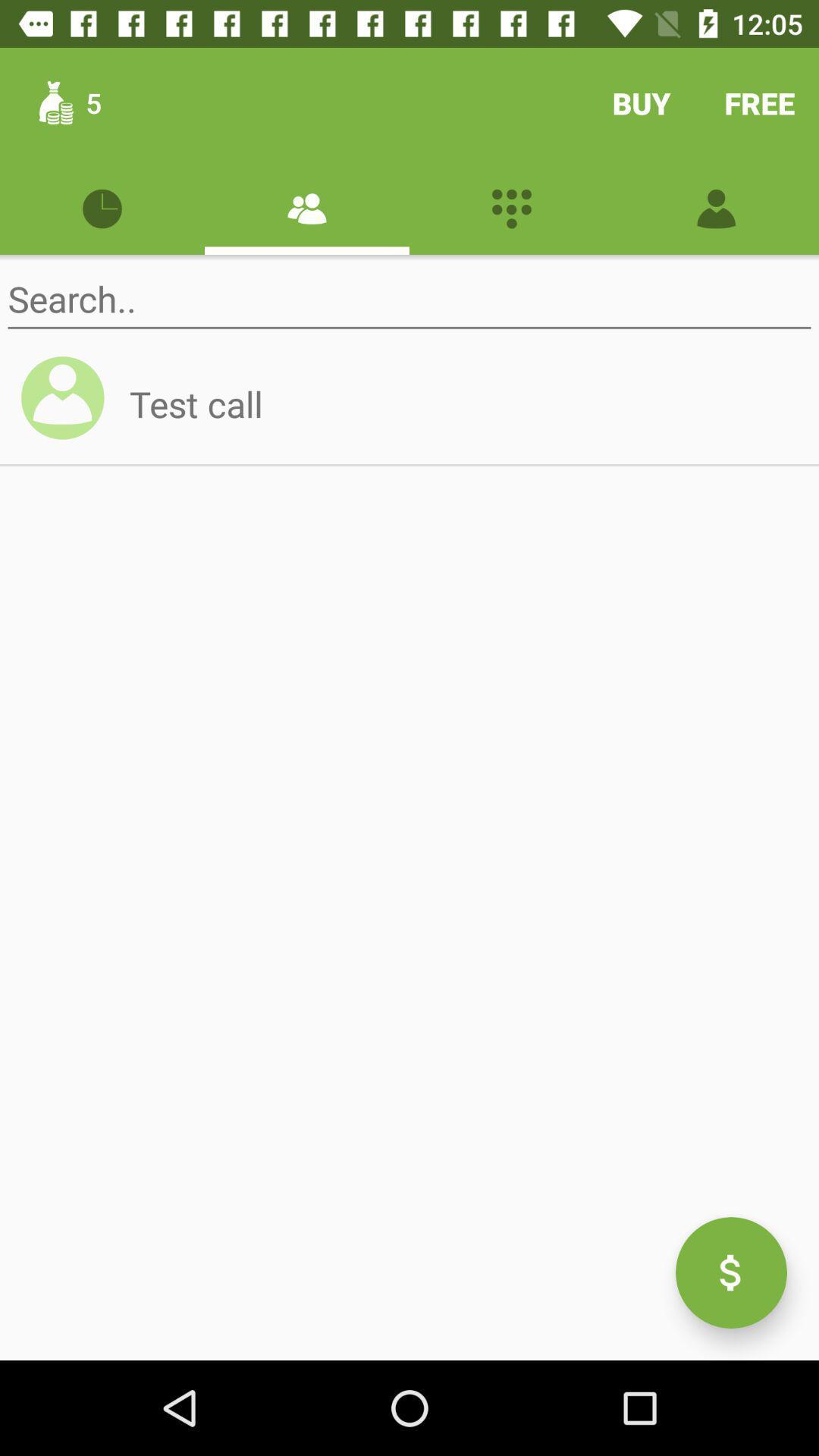  Describe the element at coordinates (463, 403) in the screenshot. I see `test call` at that location.